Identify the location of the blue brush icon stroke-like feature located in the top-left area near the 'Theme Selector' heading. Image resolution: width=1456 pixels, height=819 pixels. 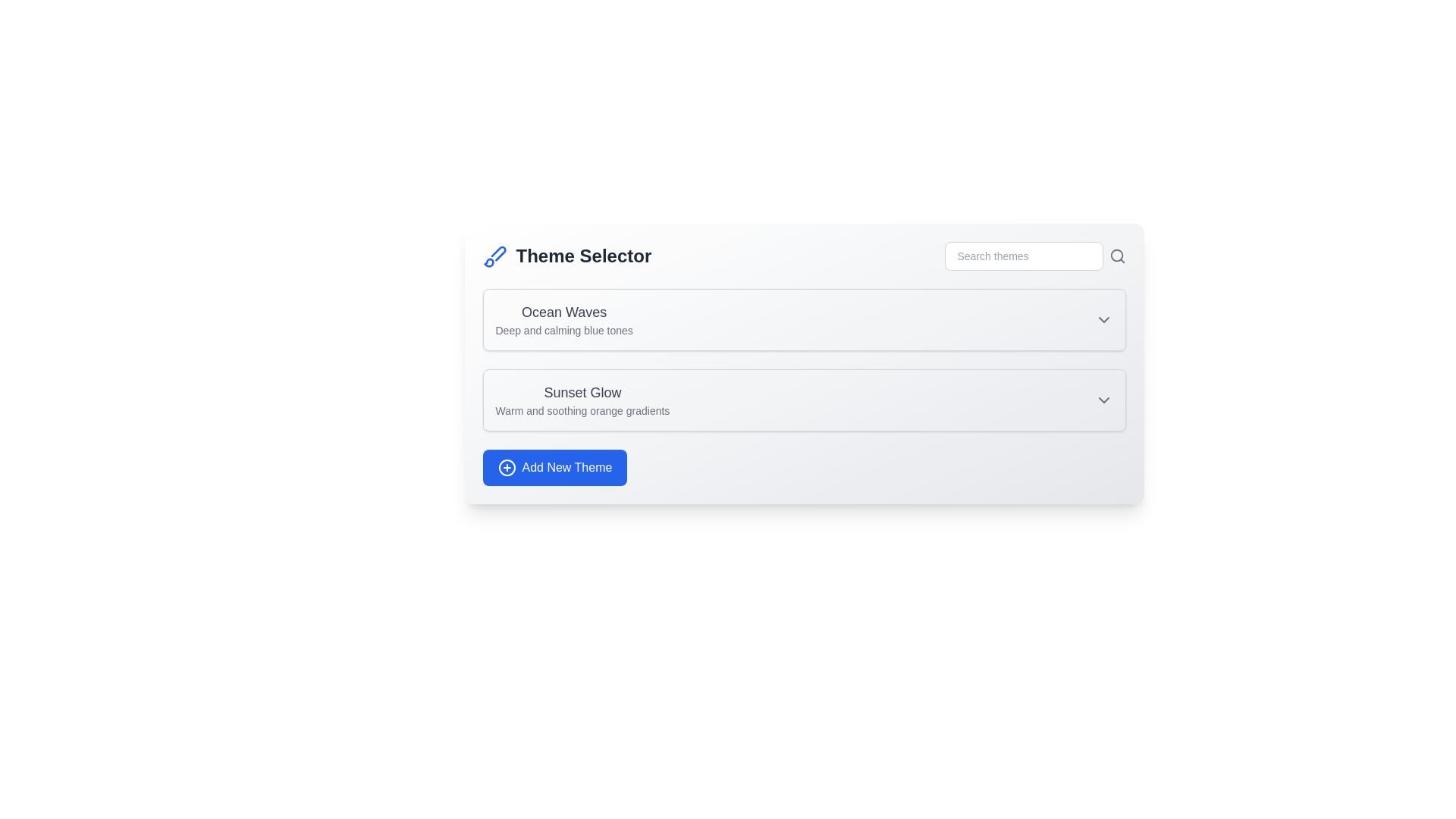
(498, 253).